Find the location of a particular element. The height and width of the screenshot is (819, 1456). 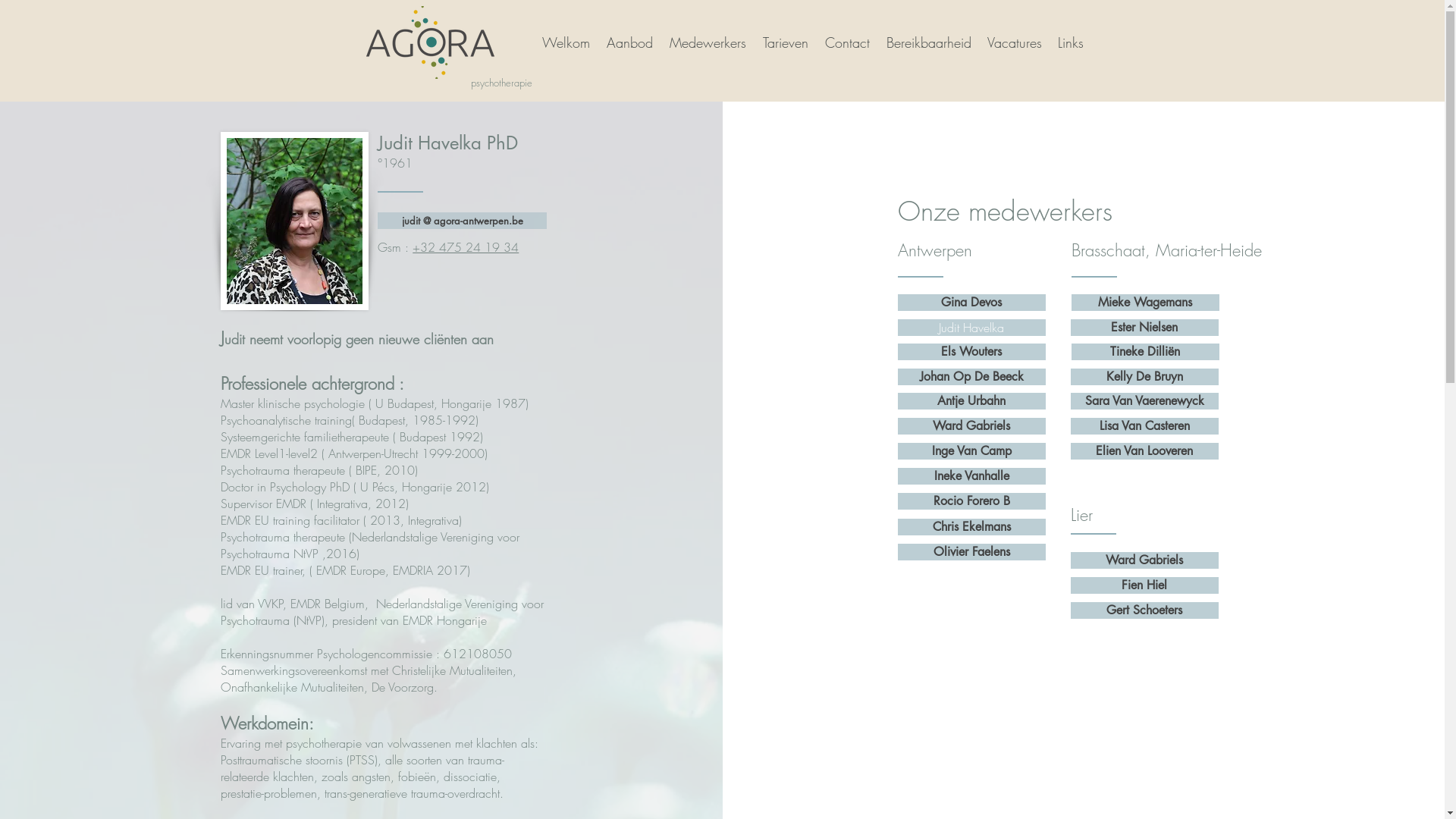

'Aanbod' is located at coordinates (629, 42).